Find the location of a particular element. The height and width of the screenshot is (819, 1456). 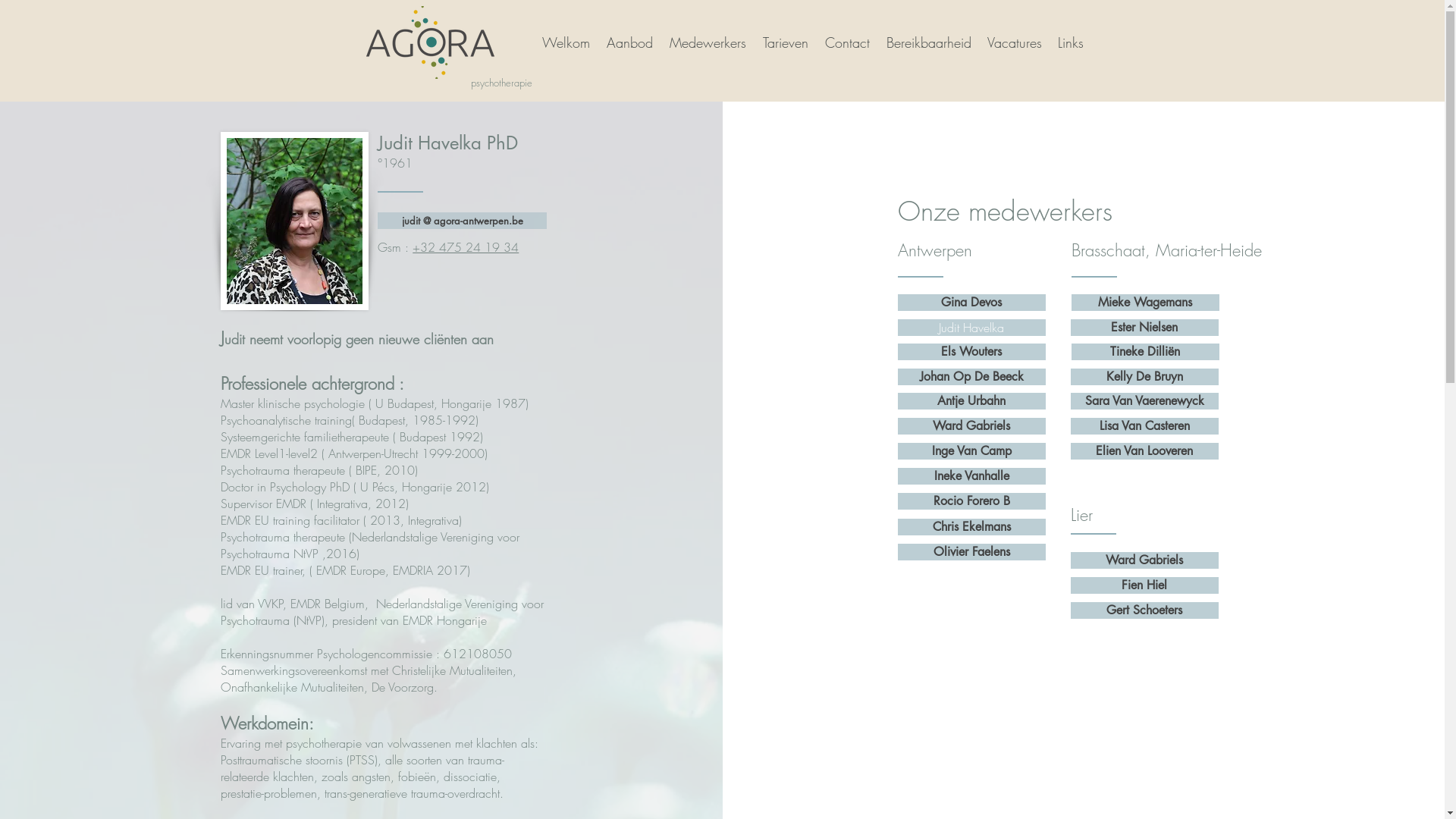

'Aanbod' is located at coordinates (629, 42).